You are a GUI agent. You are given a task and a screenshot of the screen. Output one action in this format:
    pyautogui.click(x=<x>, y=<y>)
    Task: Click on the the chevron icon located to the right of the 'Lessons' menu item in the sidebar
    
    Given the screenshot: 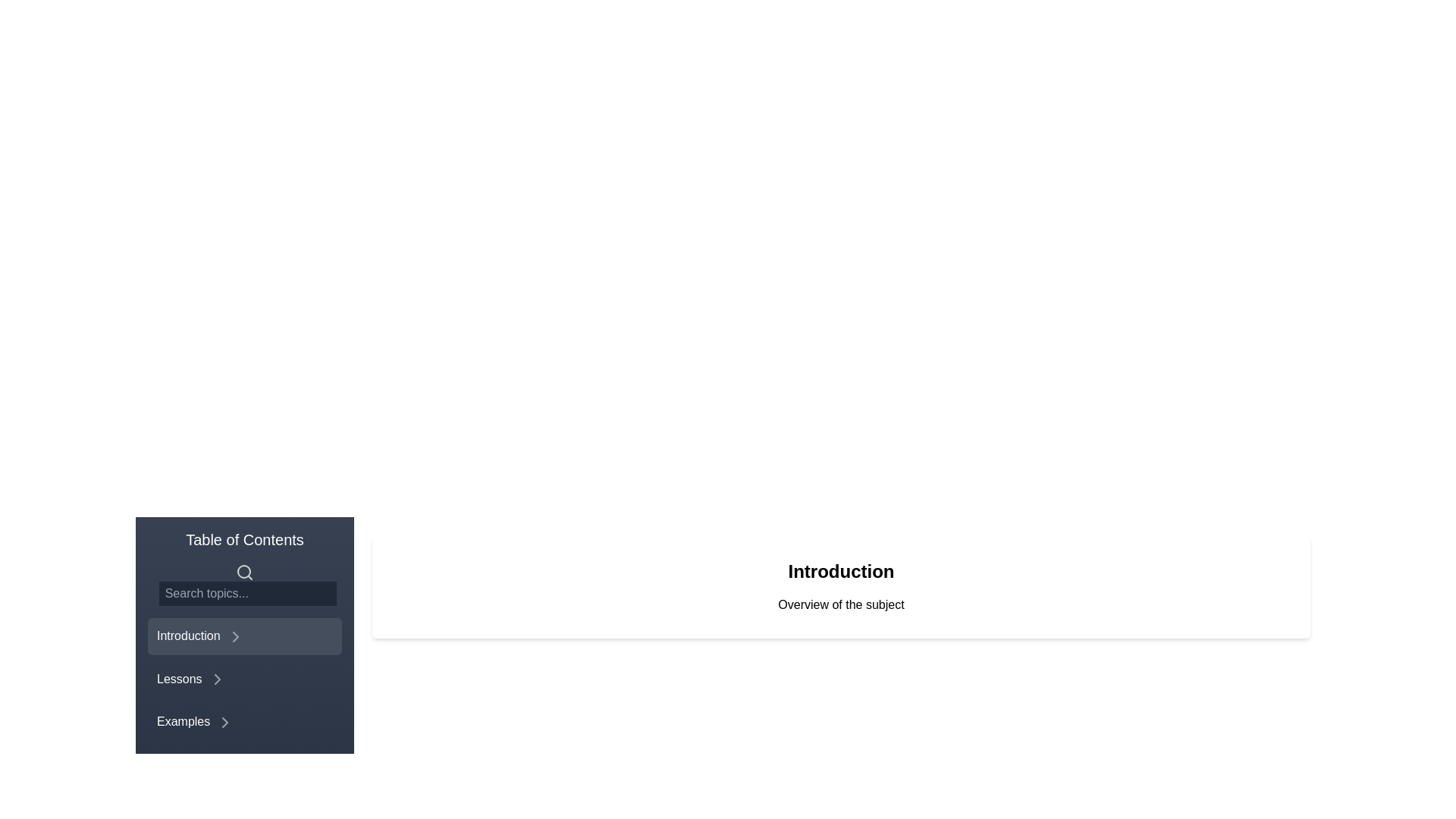 What is the action you would take?
    pyautogui.click(x=216, y=679)
    